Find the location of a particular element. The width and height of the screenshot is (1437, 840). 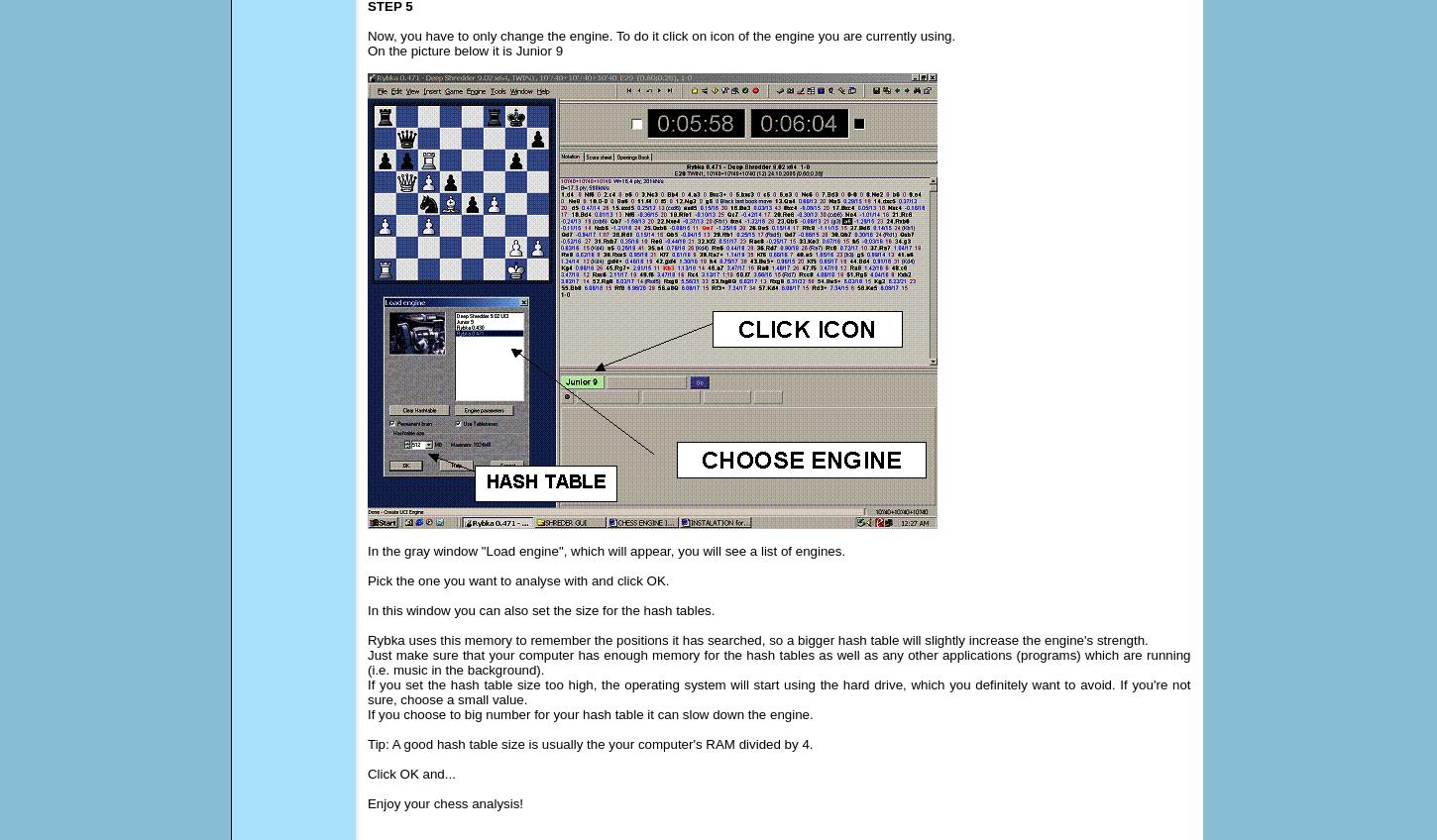

'In the gray window "Load engine", which will appear, you will see a list of engines.' is located at coordinates (605, 550).